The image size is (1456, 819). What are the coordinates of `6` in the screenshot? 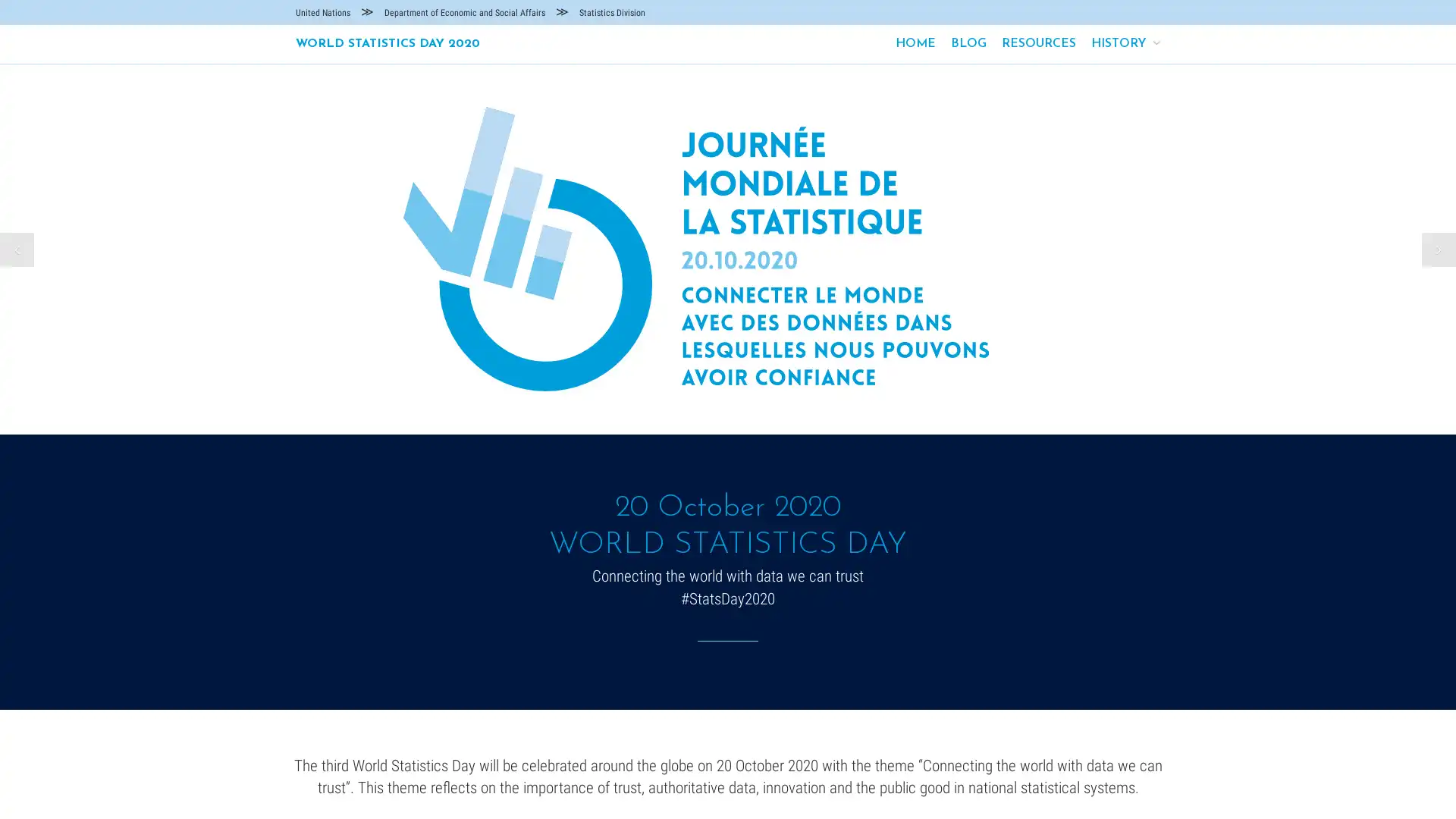 It's located at (769, 405).